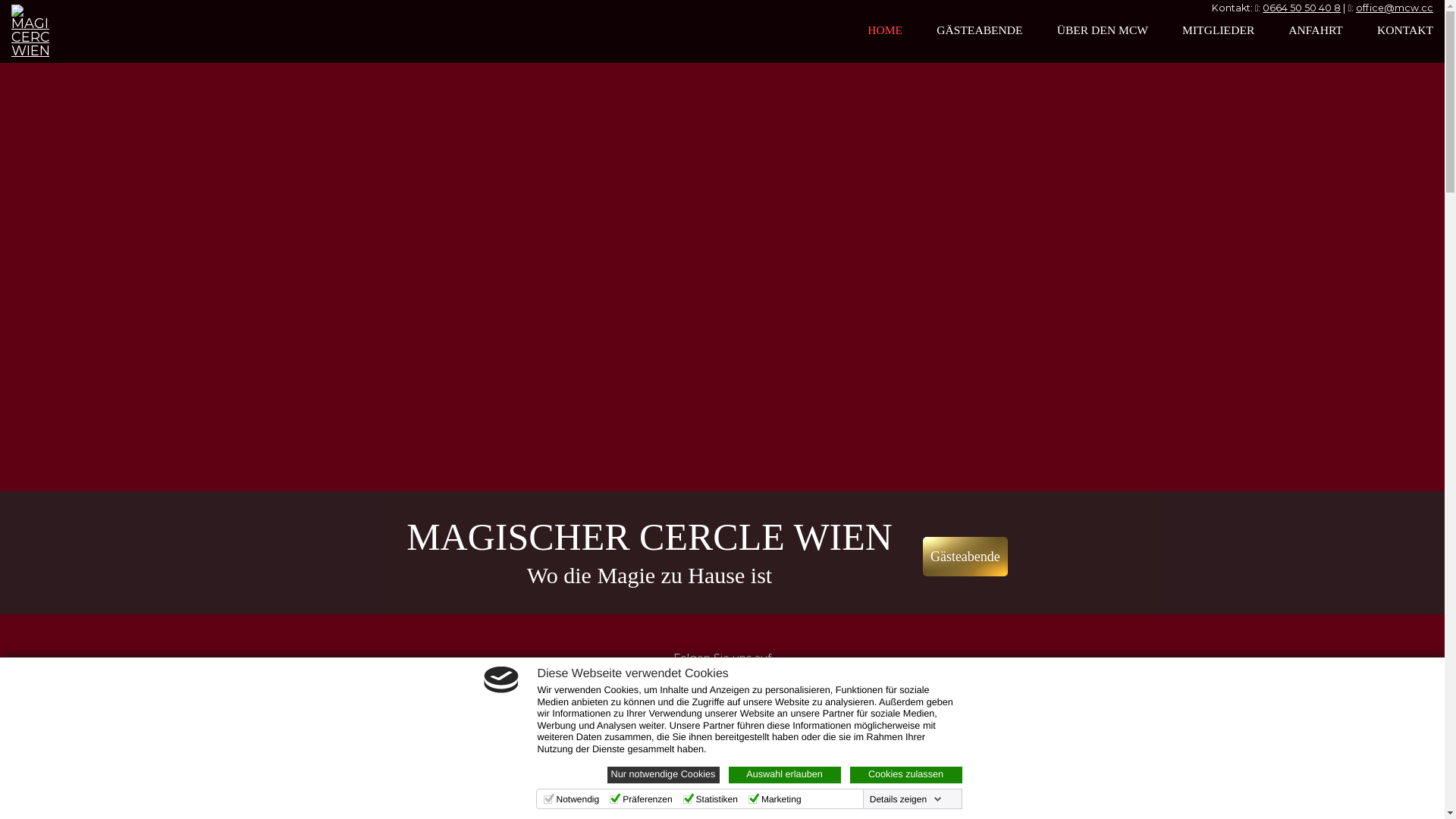 This screenshot has width=1456, height=819. I want to click on 'Cookies zulassen', so click(905, 775).